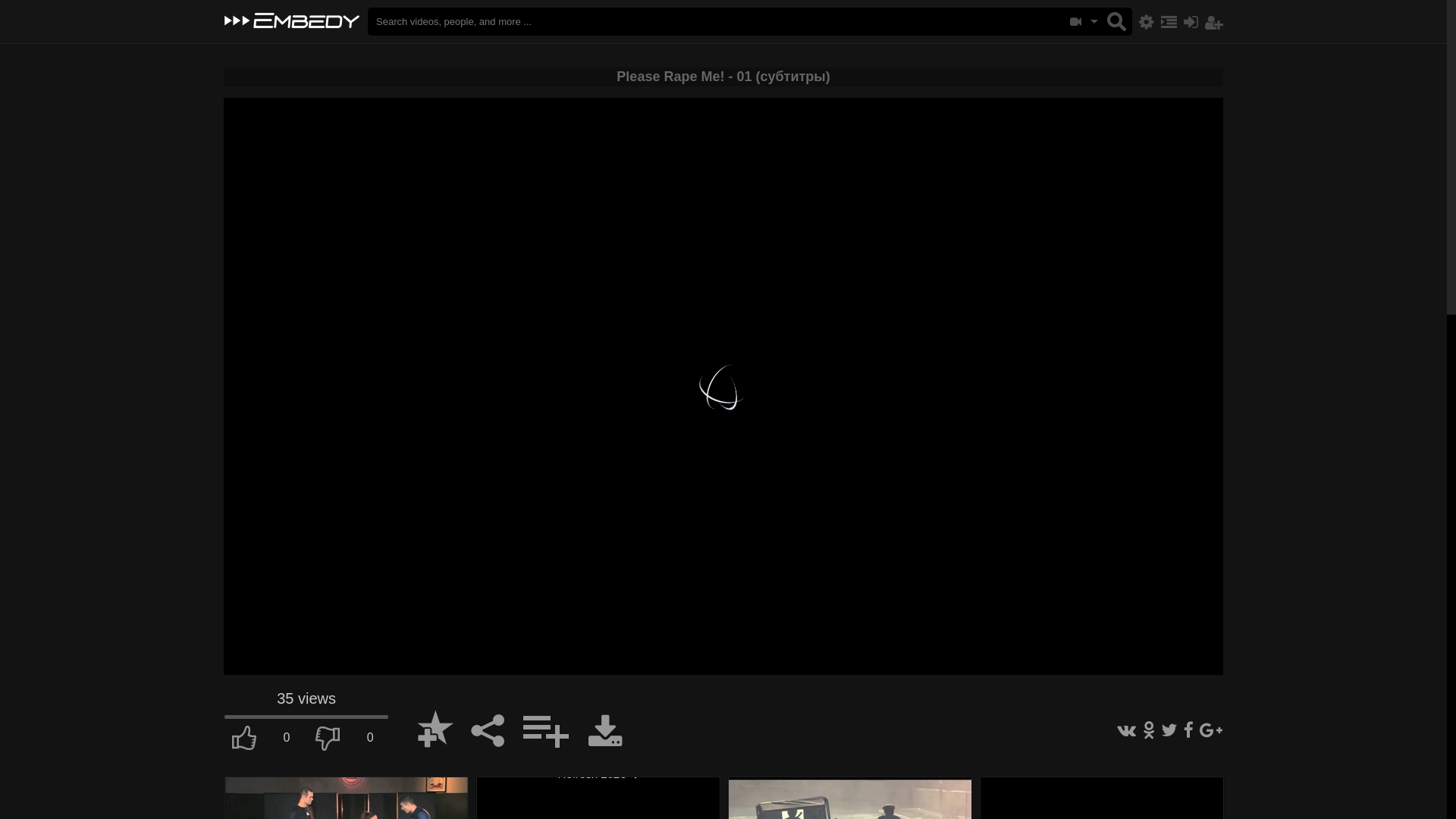  I want to click on 'Fast Registration', so click(1214, 22).